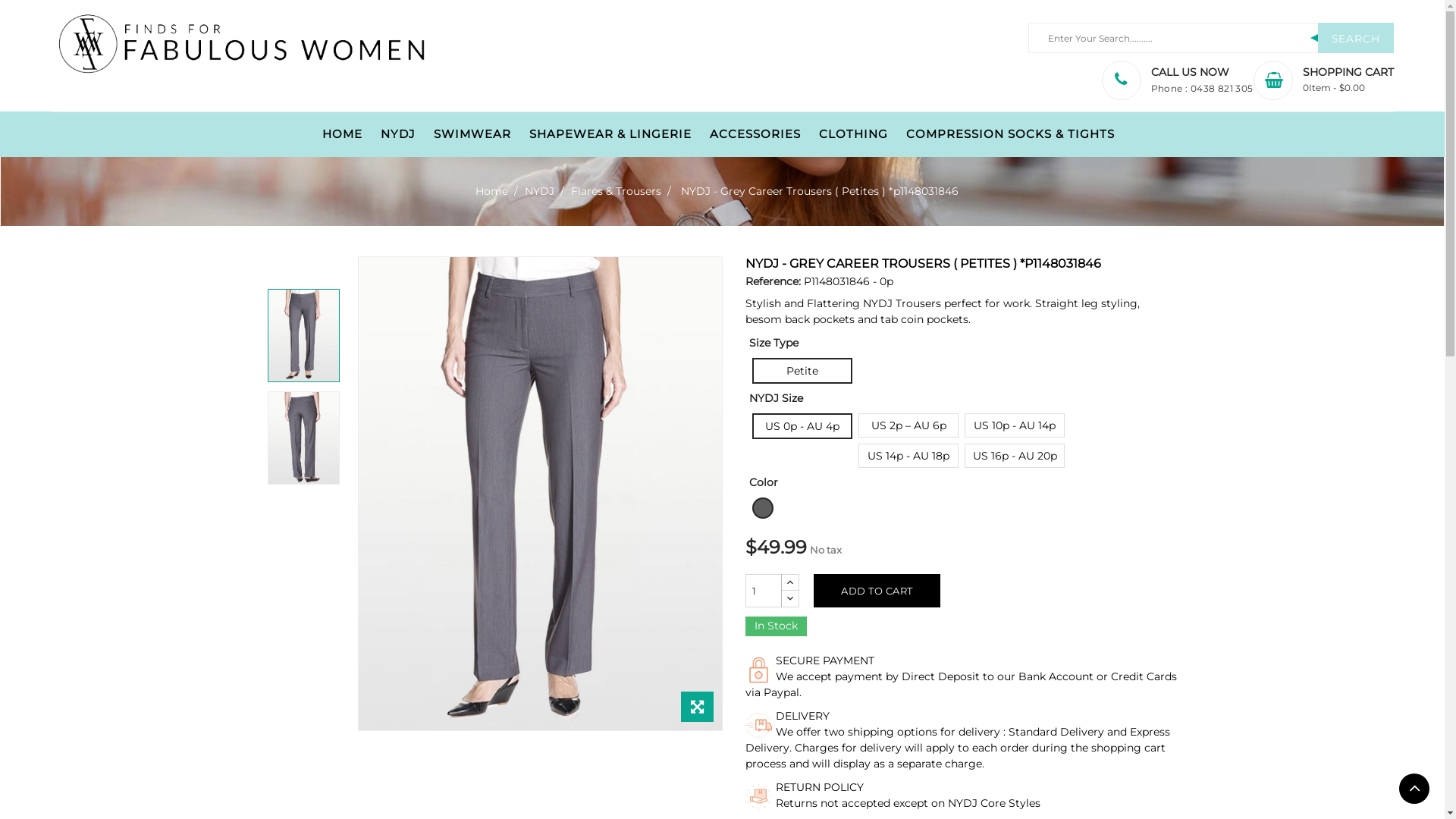 The width and height of the screenshot is (1456, 819). Describe the element at coordinates (617, 190) in the screenshot. I see `'Flares & Trousers'` at that location.